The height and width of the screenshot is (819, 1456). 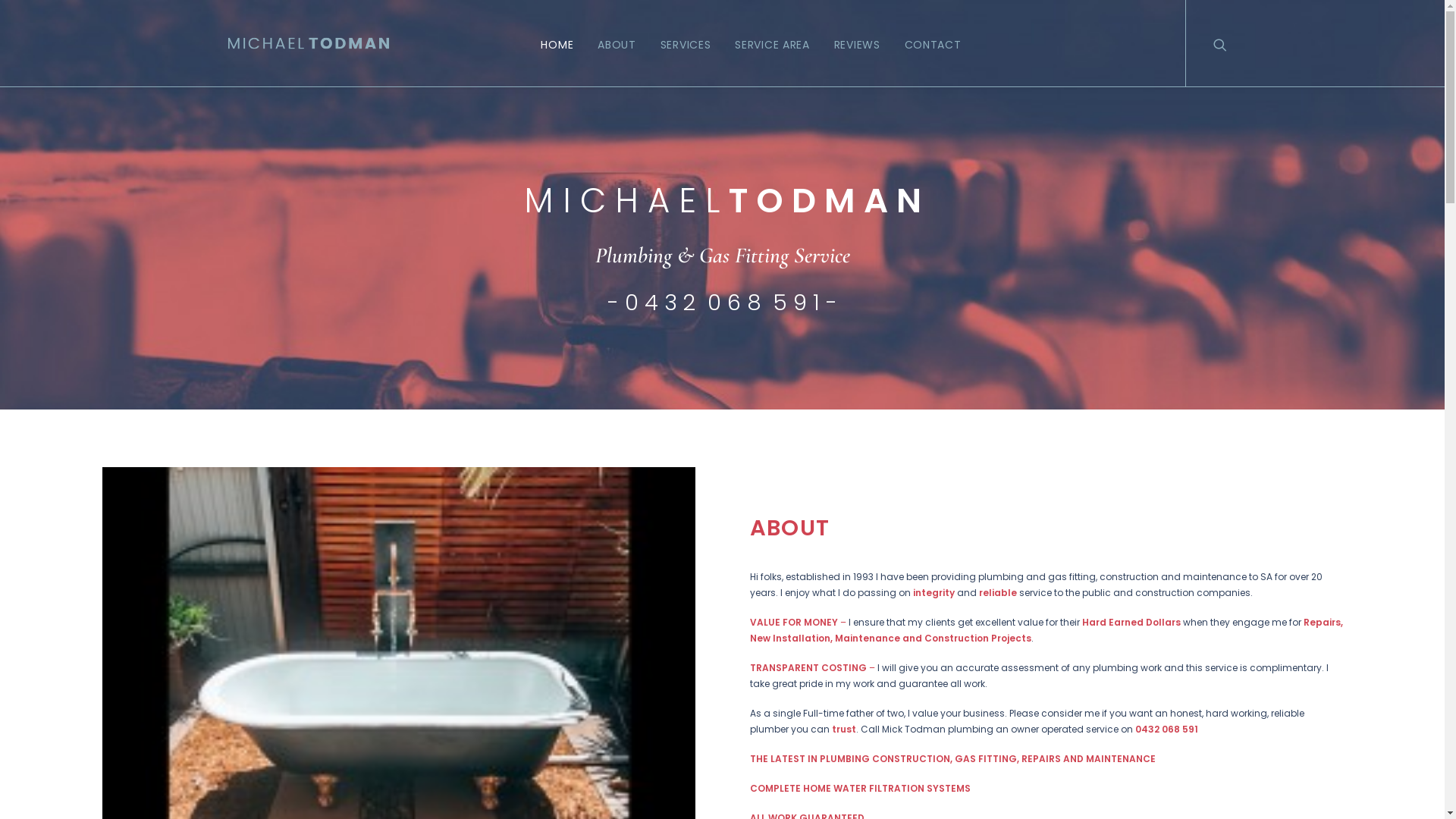 What do you see at coordinates (857, 42) in the screenshot?
I see `'REVIEWS'` at bounding box center [857, 42].